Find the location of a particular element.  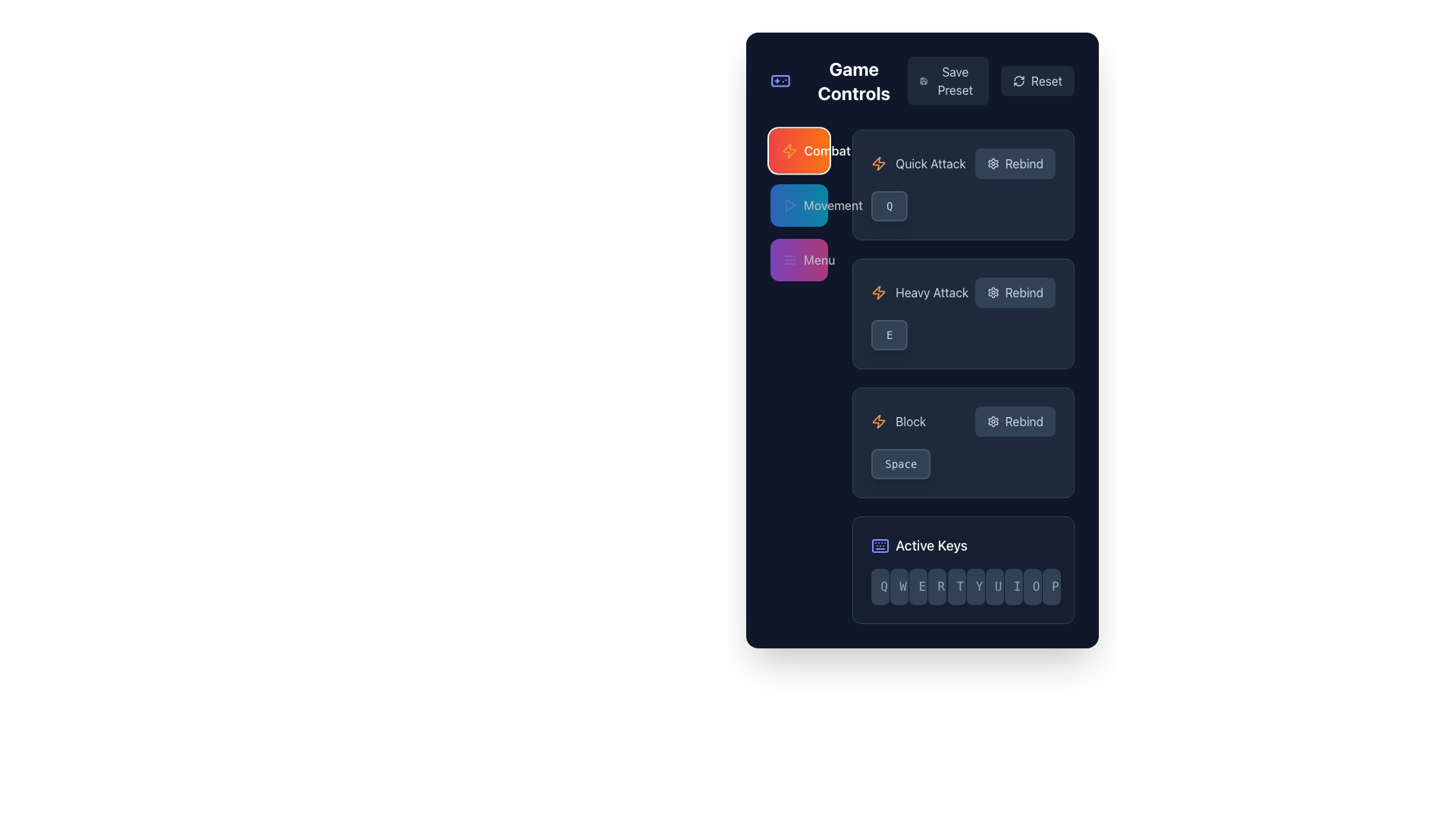

the circular refresh icon with a thin white outline, located in the top-right corner next to the 'Save Preset' button is located at coordinates (1018, 81).